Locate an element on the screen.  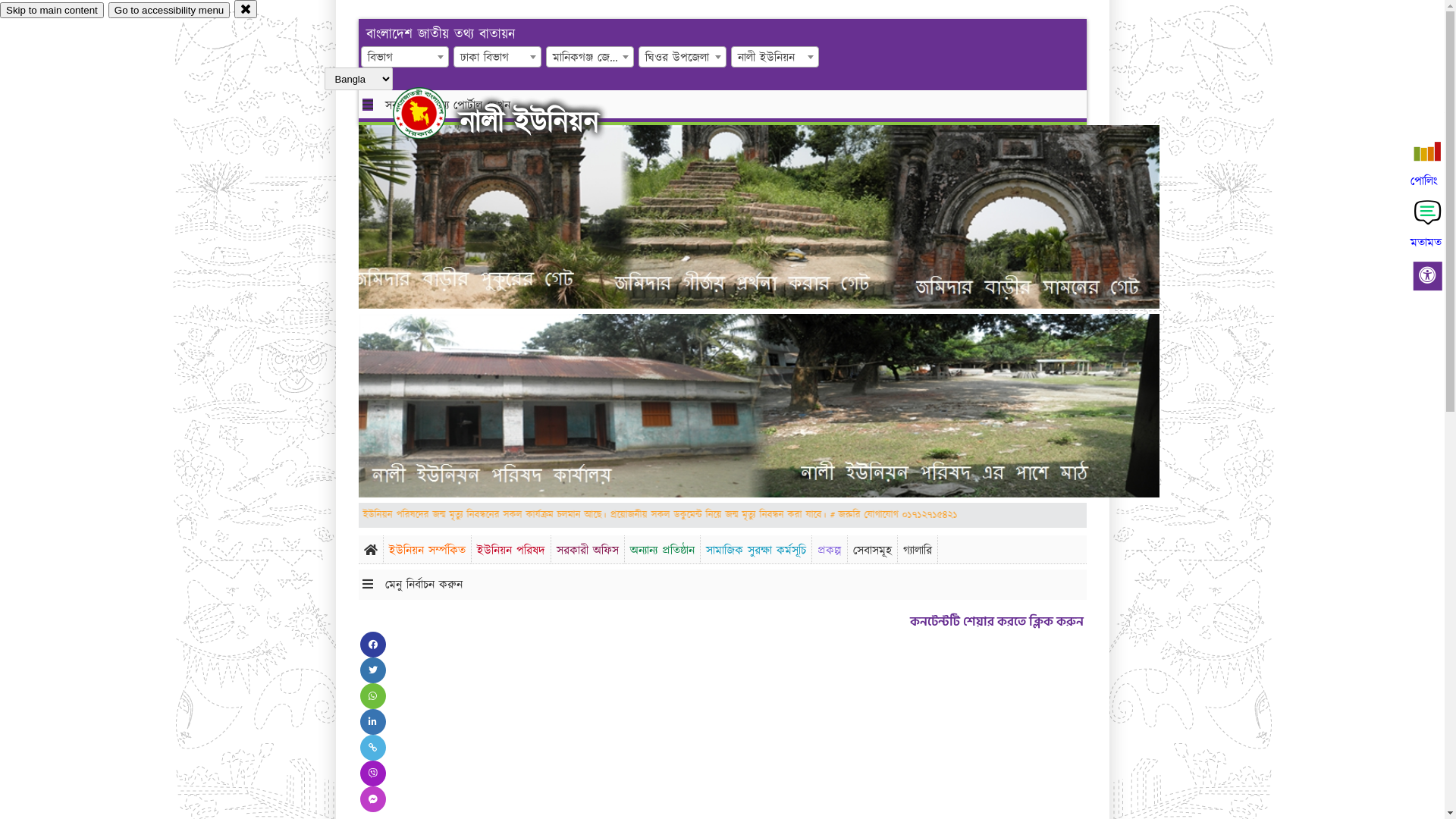
'close' is located at coordinates (246, 8).